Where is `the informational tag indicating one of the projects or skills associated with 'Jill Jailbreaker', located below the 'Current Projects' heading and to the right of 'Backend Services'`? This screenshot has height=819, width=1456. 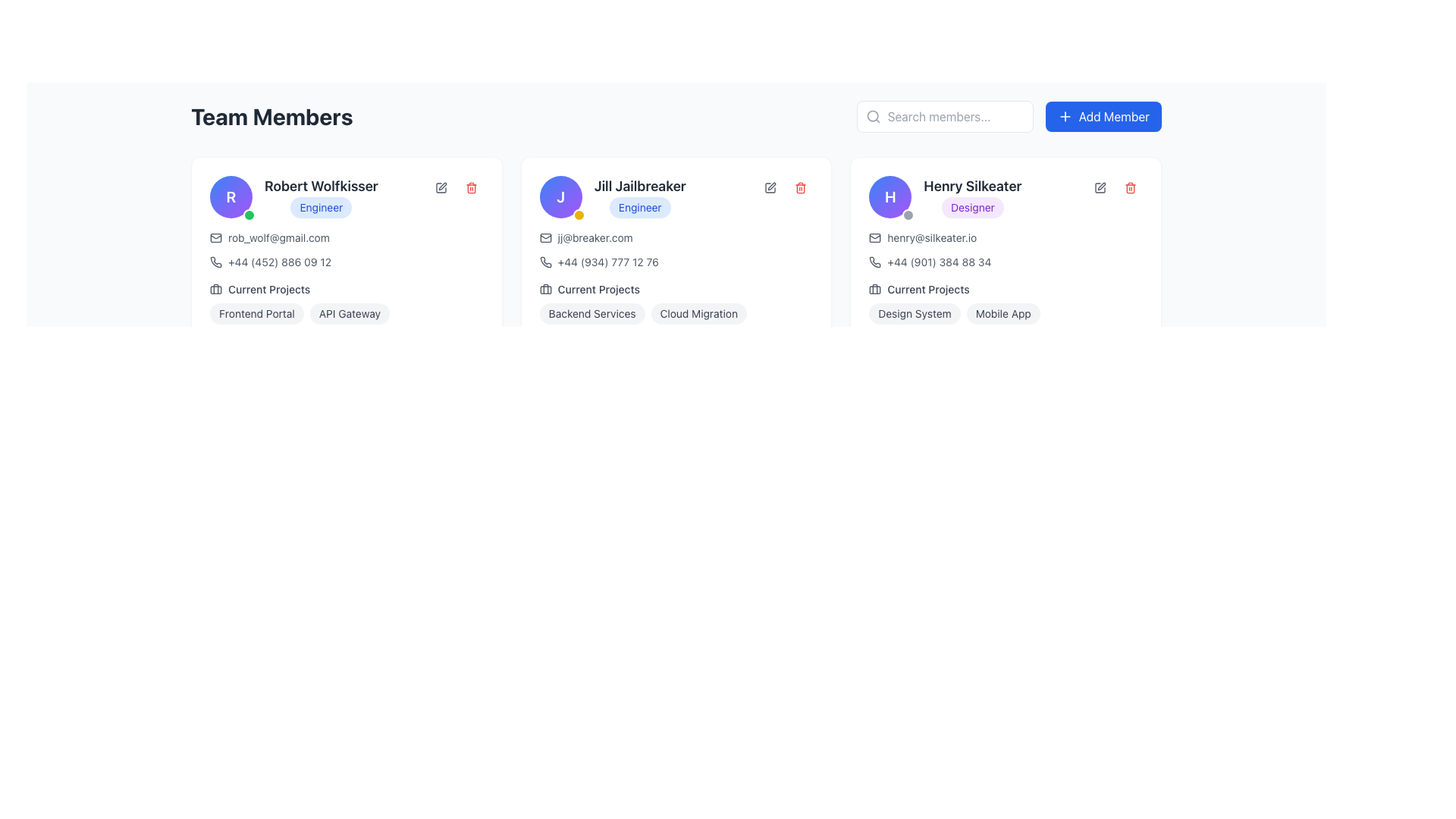 the informational tag indicating one of the projects or skills associated with 'Jill Jailbreaker', located below the 'Current Projects' heading and to the right of 'Backend Services' is located at coordinates (698, 312).